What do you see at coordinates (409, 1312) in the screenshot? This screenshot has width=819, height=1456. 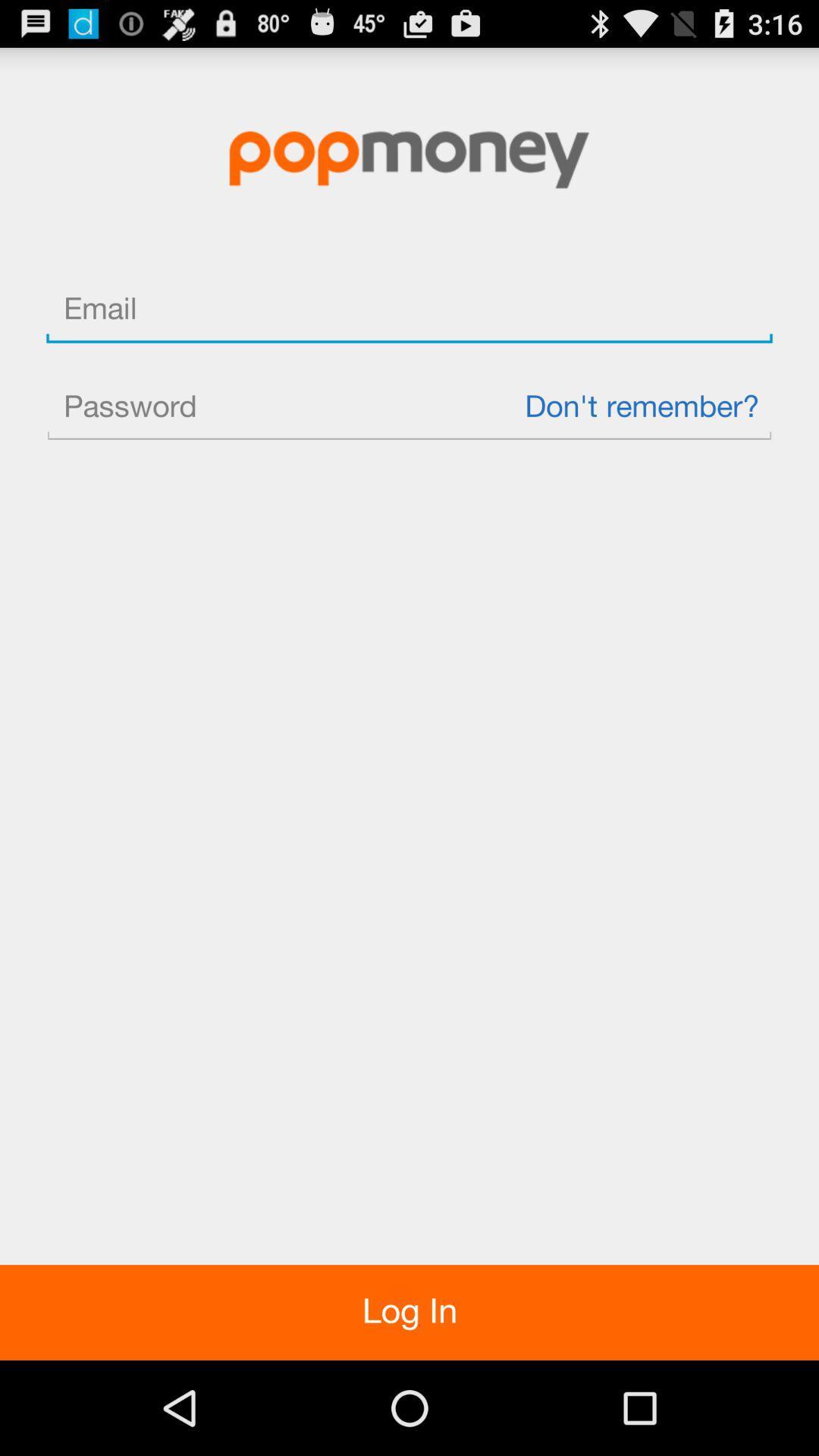 I see `the log in` at bounding box center [409, 1312].